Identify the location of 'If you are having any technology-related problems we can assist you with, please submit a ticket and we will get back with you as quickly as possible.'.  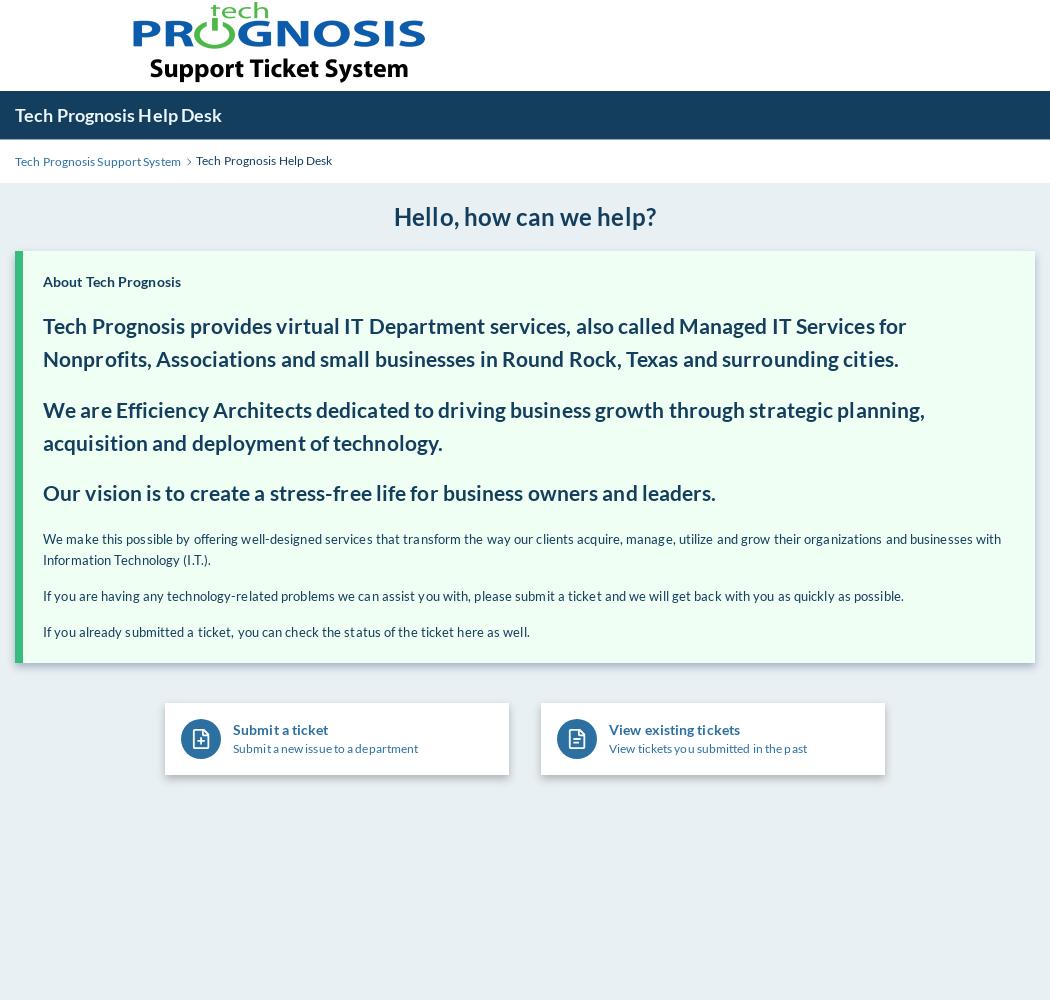
(473, 595).